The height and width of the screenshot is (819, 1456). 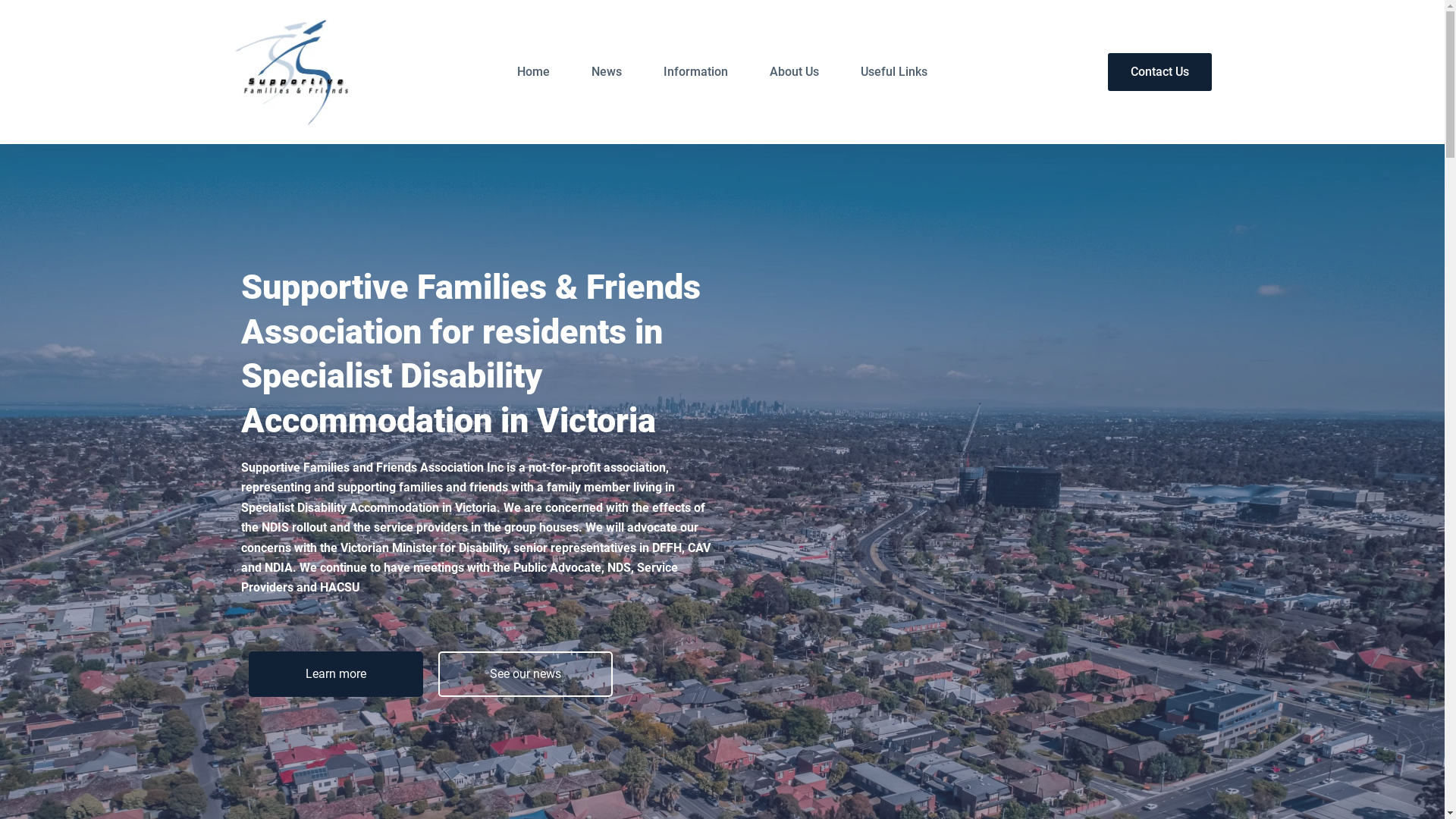 I want to click on 'About Us', so click(x=793, y=72).